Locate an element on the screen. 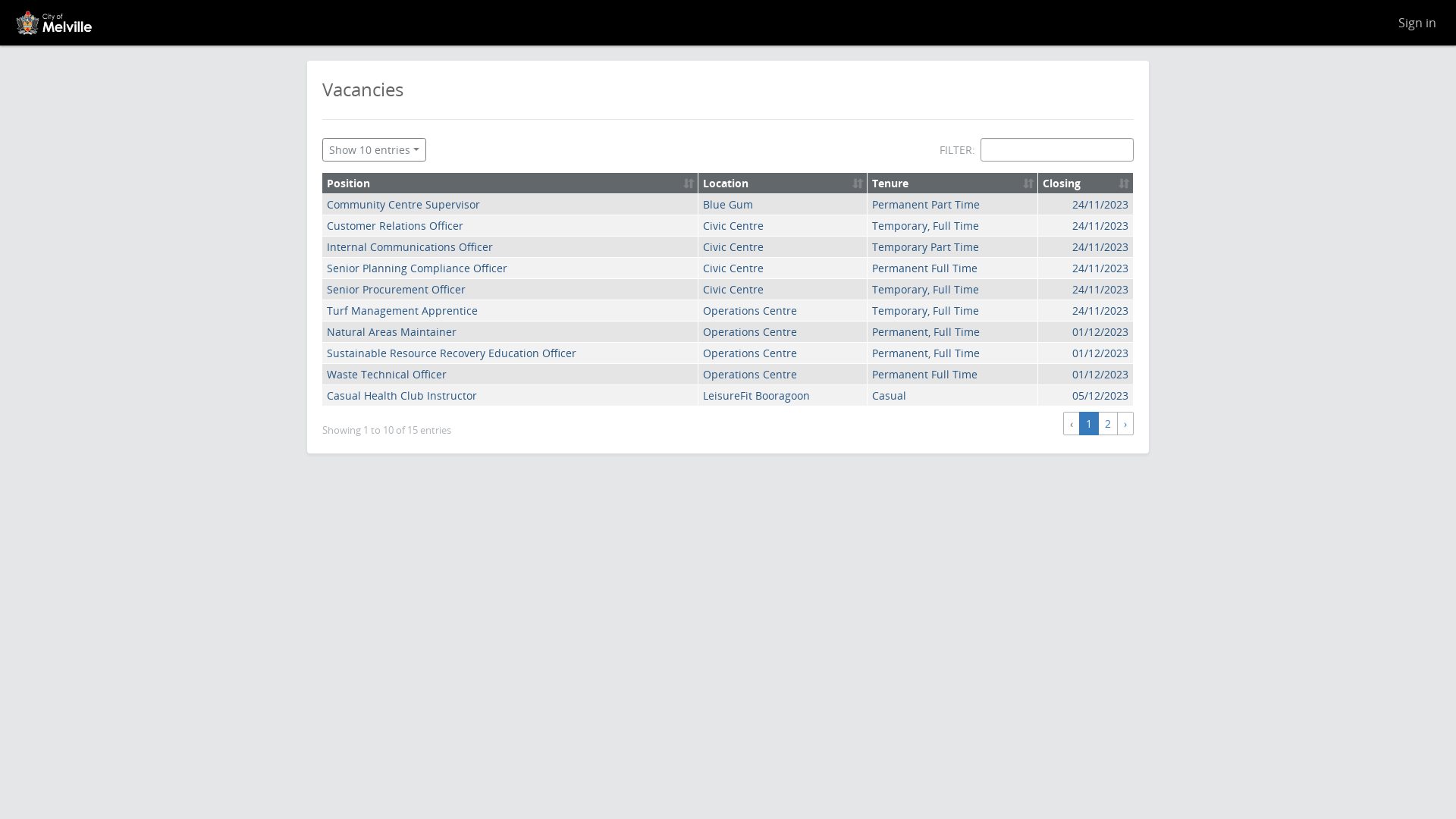 This screenshot has height=819, width=1456. '1' is located at coordinates (1087, 423).